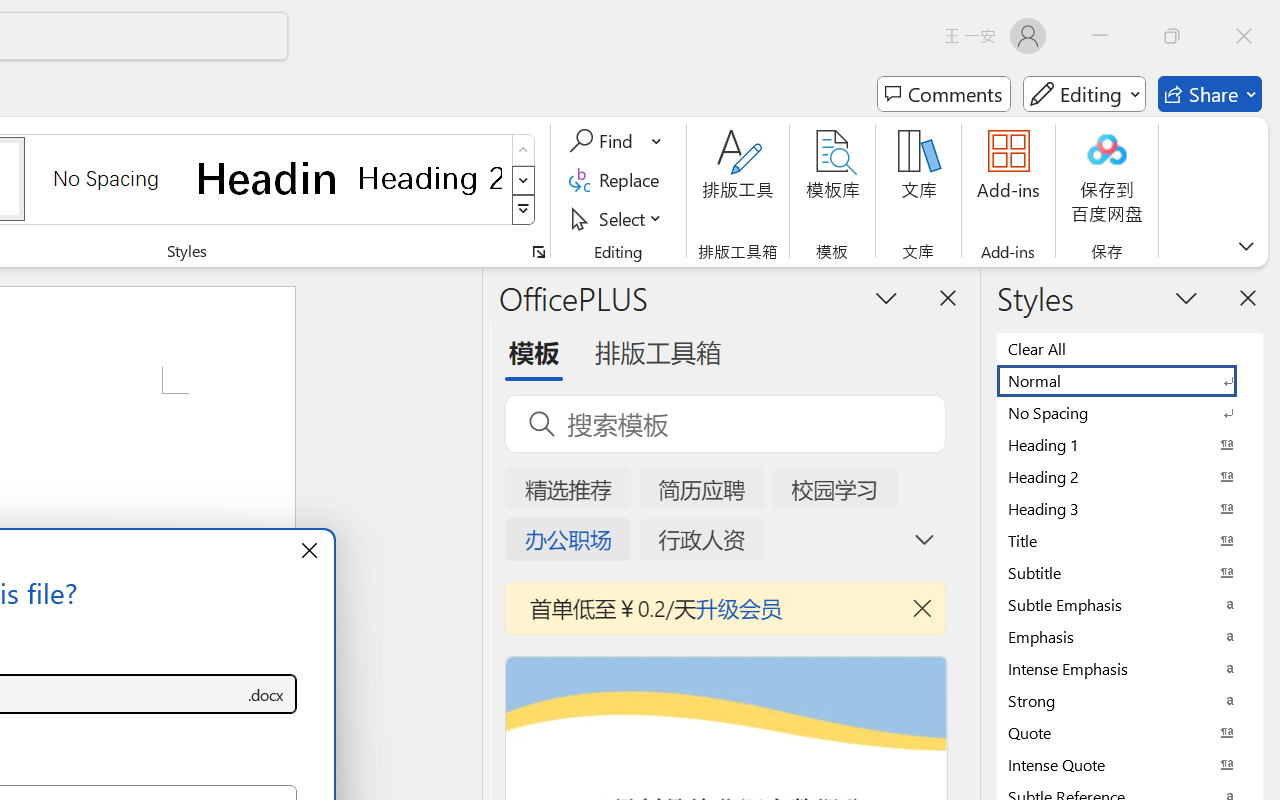 The width and height of the screenshot is (1280, 800). What do you see at coordinates (943, 94) in the screenshot?
I see `'Comments'` at bounding box center [943, 94].